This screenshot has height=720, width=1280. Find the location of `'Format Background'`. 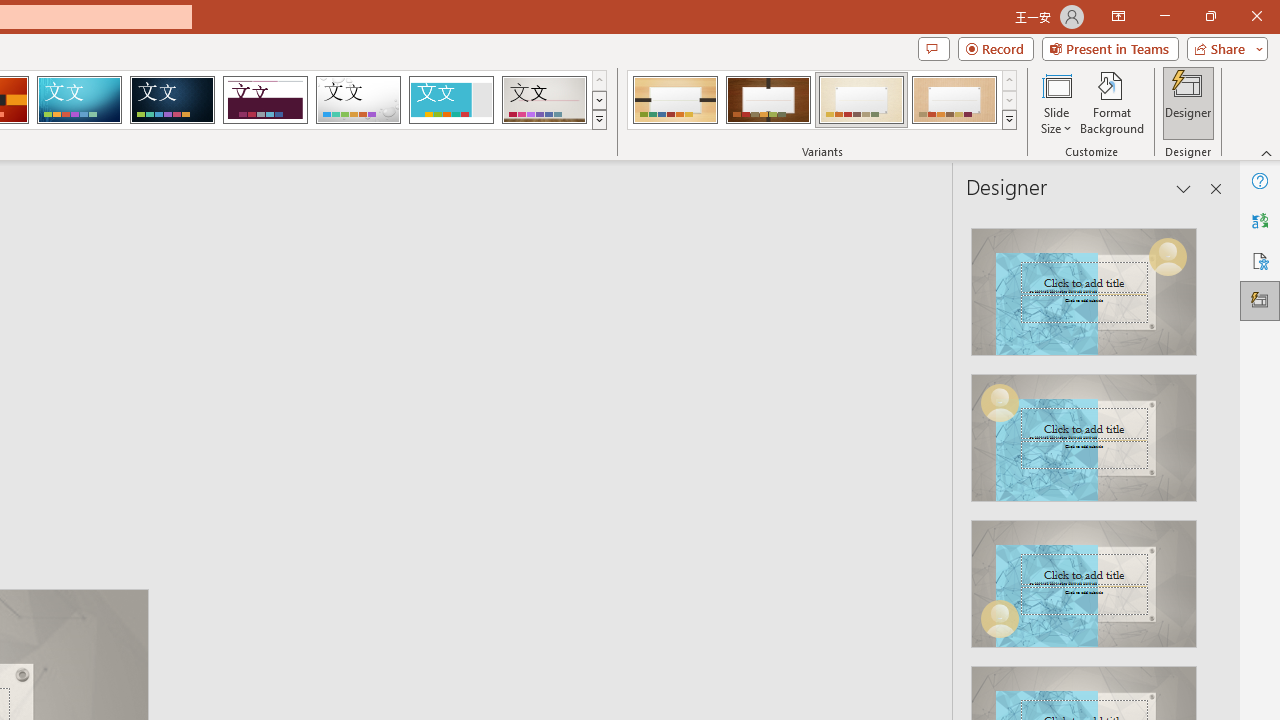

'Format Background' is located at coordinates (1111, 103).